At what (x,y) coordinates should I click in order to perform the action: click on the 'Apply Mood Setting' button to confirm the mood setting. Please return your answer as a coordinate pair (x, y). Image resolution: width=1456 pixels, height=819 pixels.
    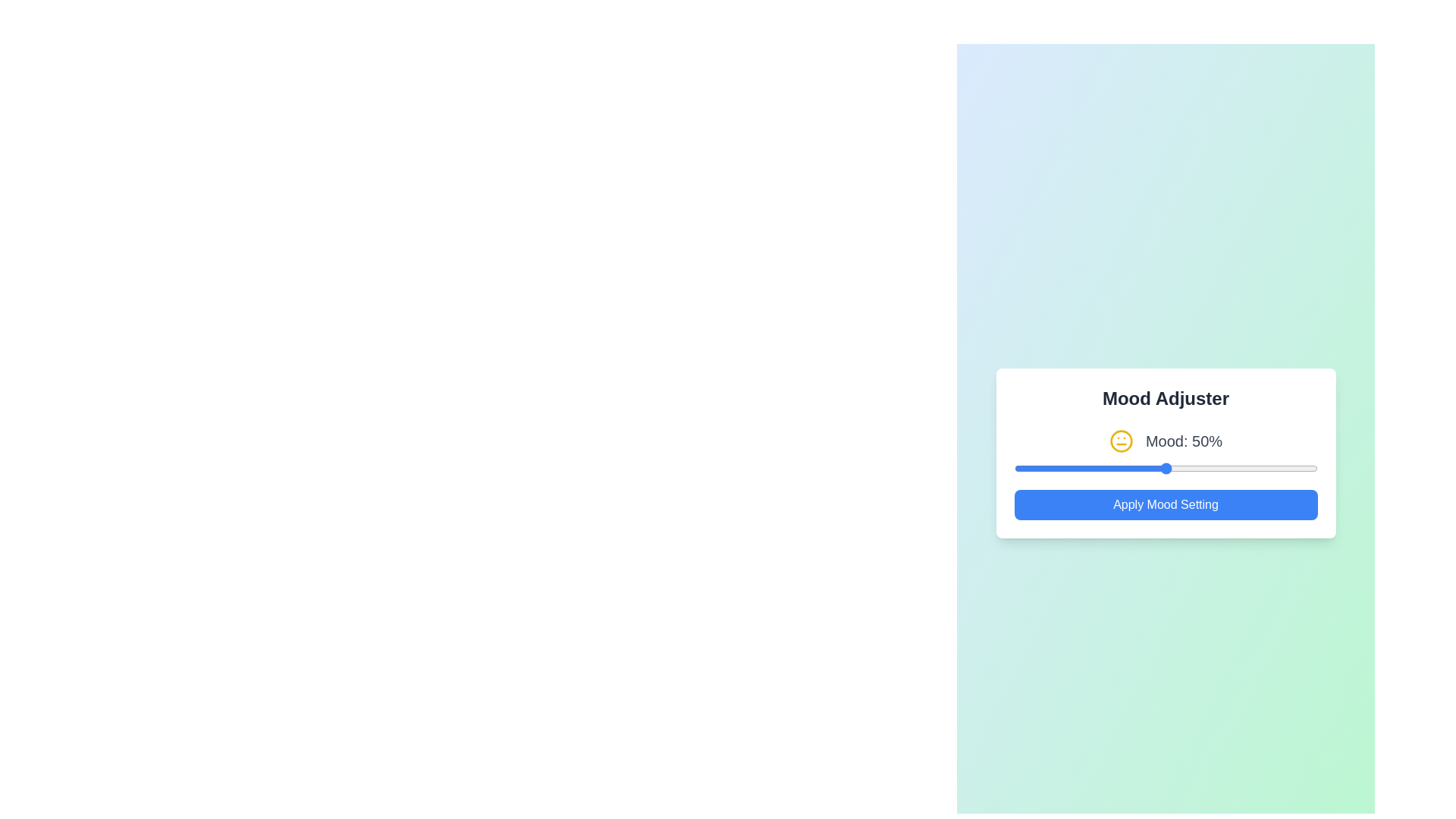
    Looking at the image, I should click on (1165, 505).